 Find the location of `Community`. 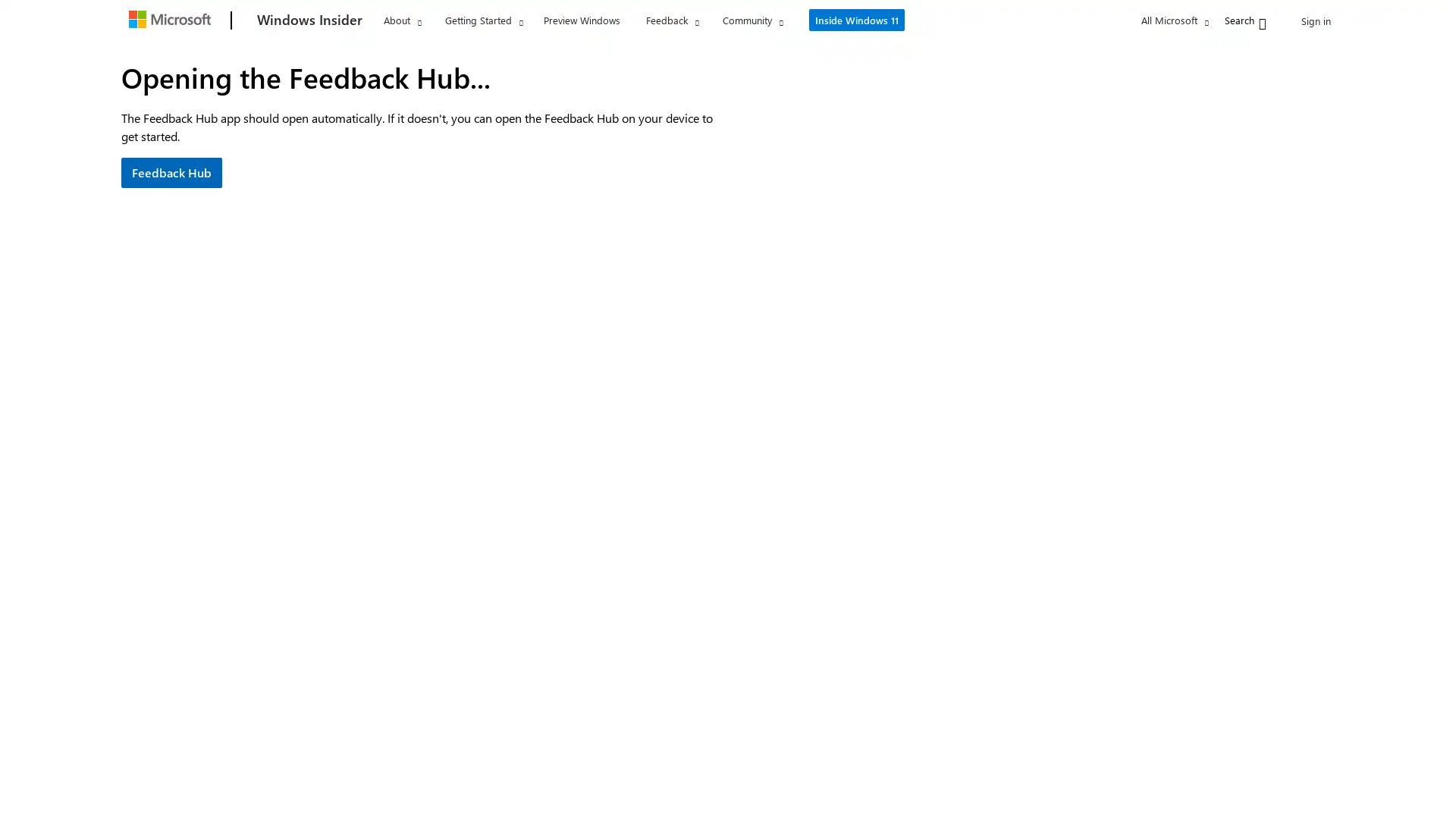

Community is located at coordinates (752, 20).